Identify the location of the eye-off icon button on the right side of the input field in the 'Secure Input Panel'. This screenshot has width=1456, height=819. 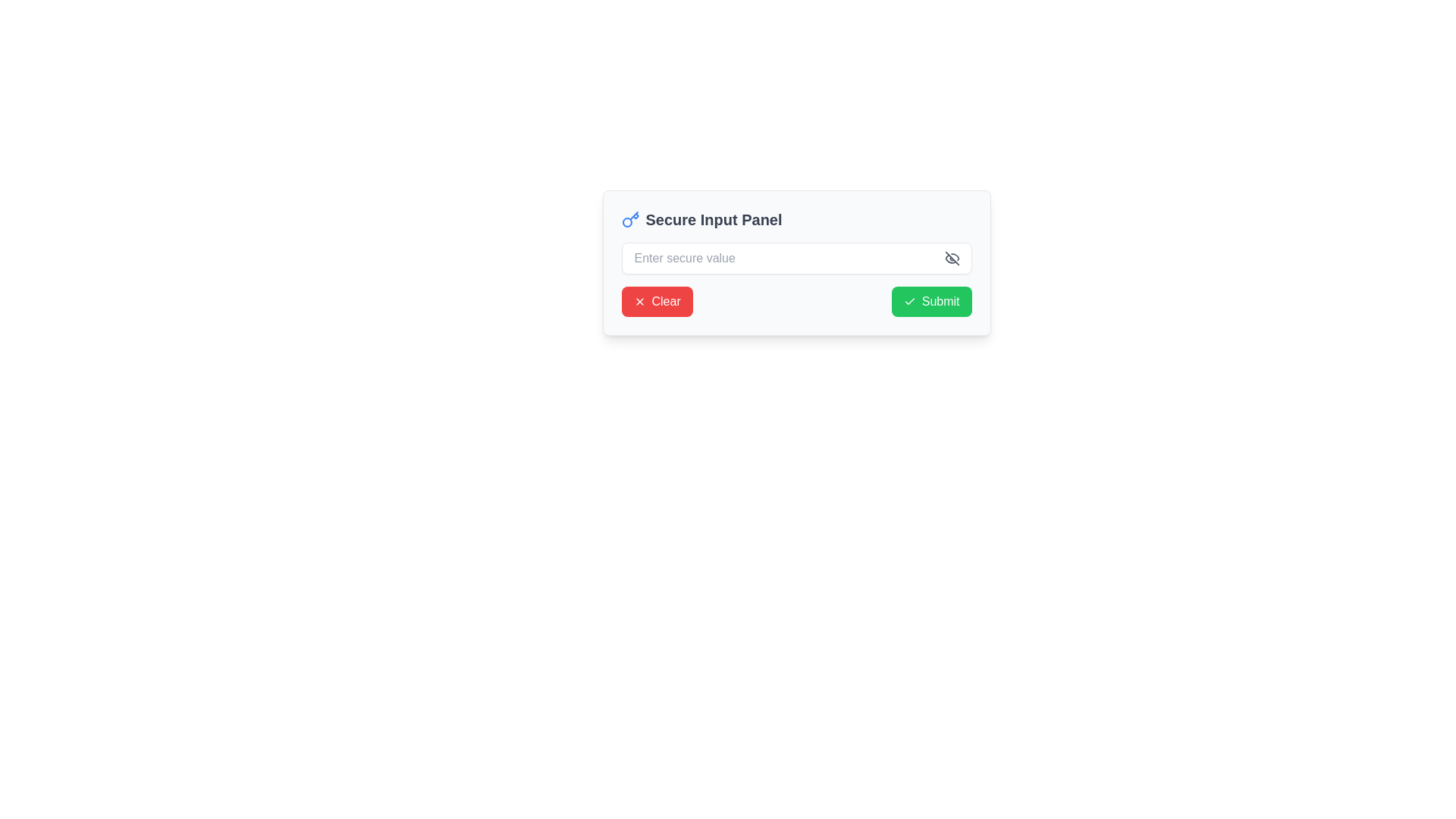
(951, 257).